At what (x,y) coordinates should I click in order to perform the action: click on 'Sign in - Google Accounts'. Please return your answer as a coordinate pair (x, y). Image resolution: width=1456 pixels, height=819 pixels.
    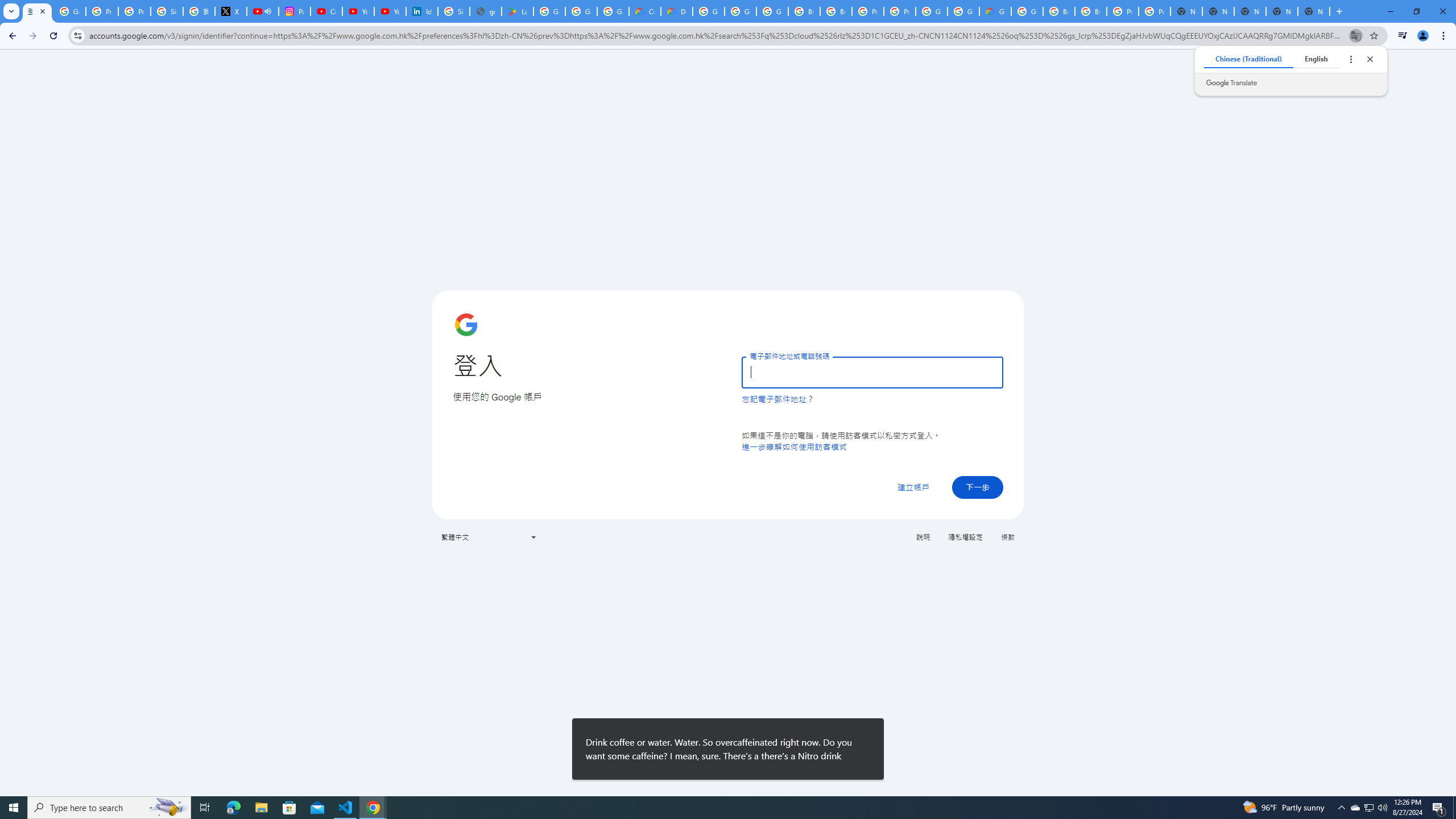
    Looking at the image, I should click on (167, 11).